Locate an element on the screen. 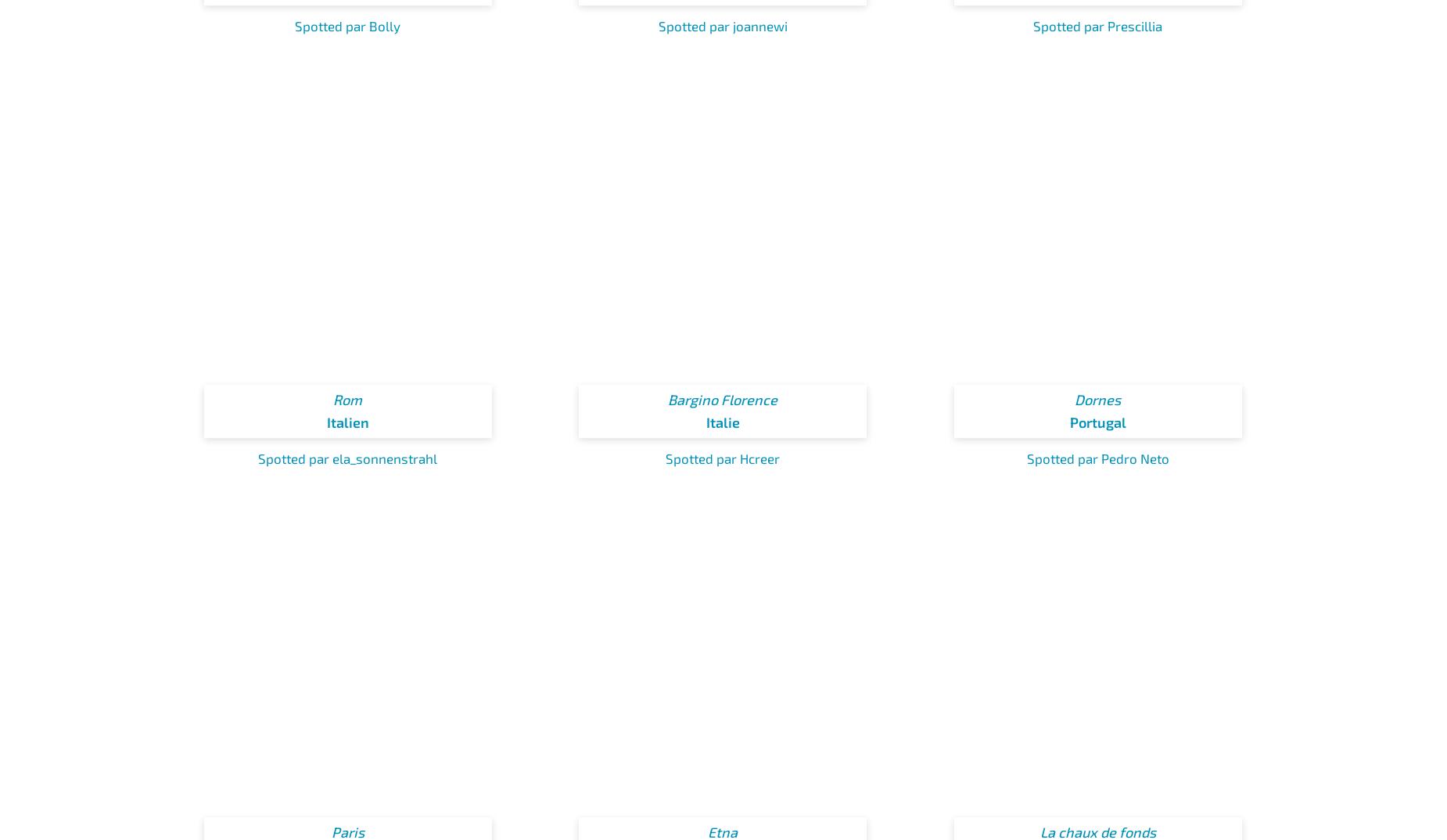 This screenshot has height=840, width=1447. 'Bargino Florence' is located at coordinates (667, 400).